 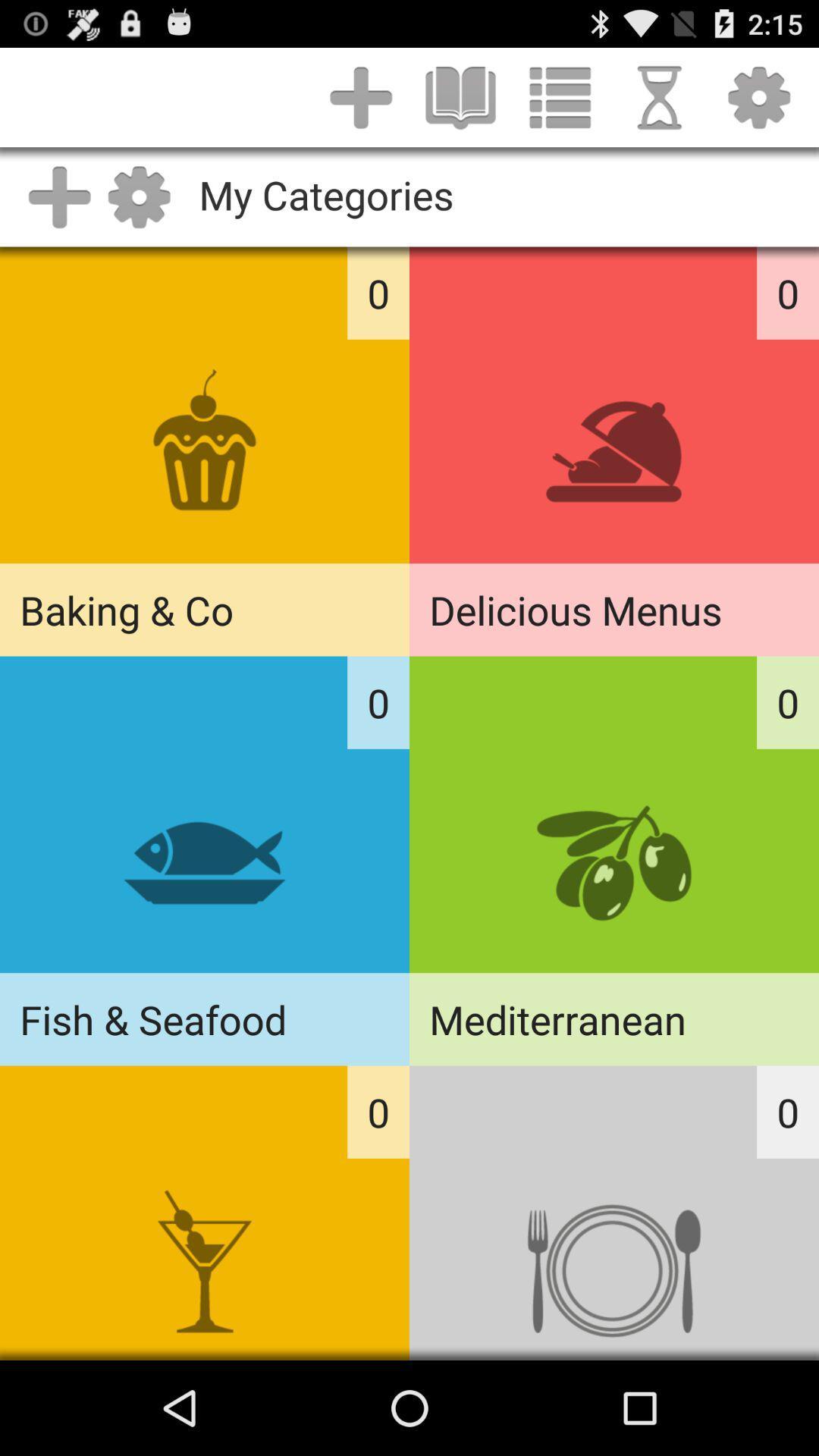 I want to click on the book icon, so click(x=460, y=104).